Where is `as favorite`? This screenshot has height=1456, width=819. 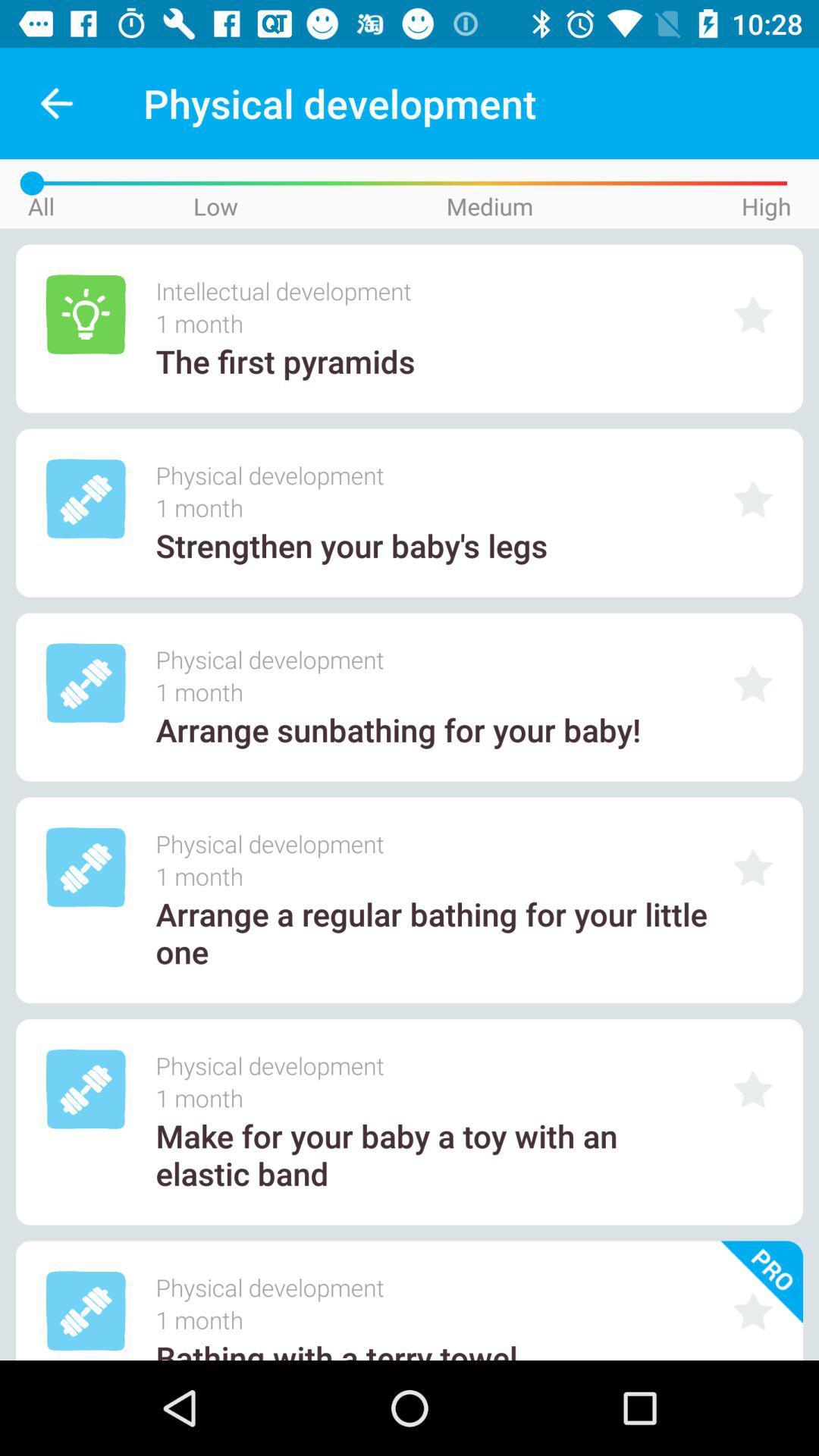 as favorite is located at coordinates (753, 868).